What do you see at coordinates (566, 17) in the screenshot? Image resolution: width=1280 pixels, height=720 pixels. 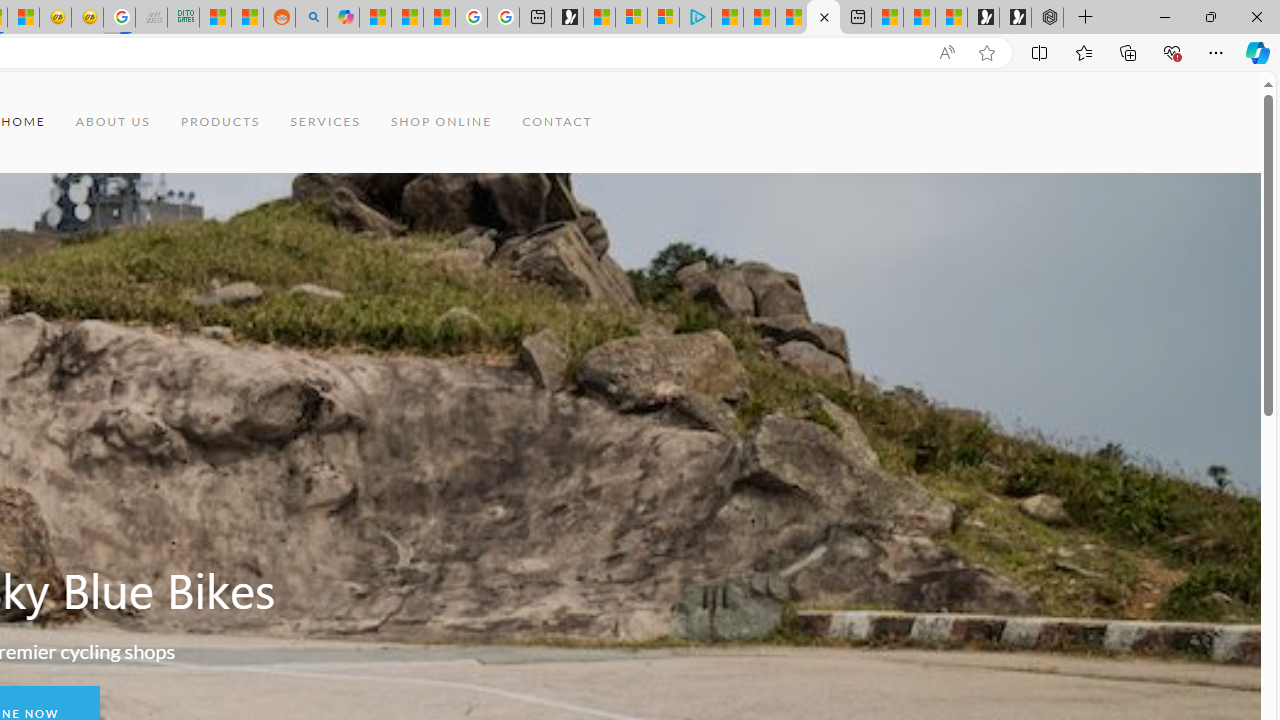 I see `'Microsoft Start Gaming'` at bounding box center [566, 17].